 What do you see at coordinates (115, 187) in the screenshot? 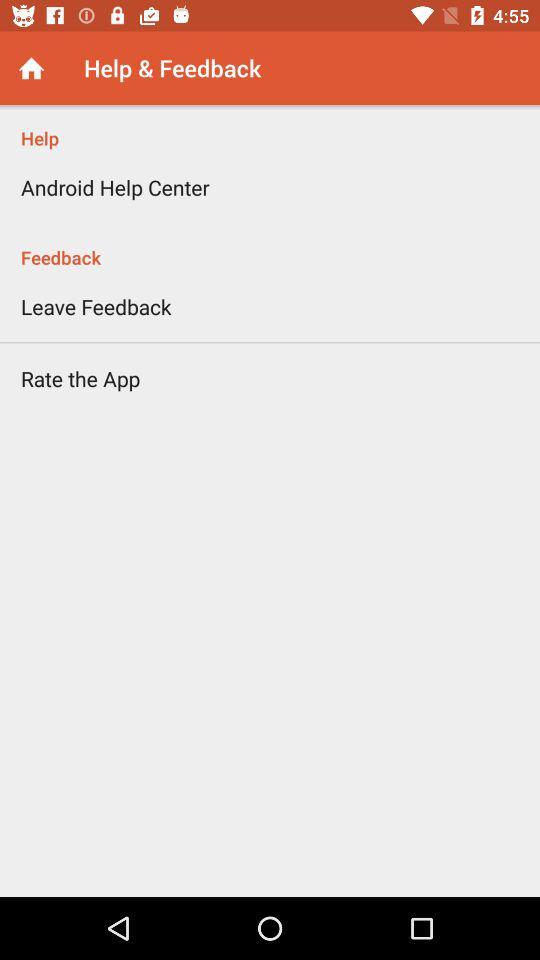
I see `item above the feedback icon` at bounding box center [115, 187].